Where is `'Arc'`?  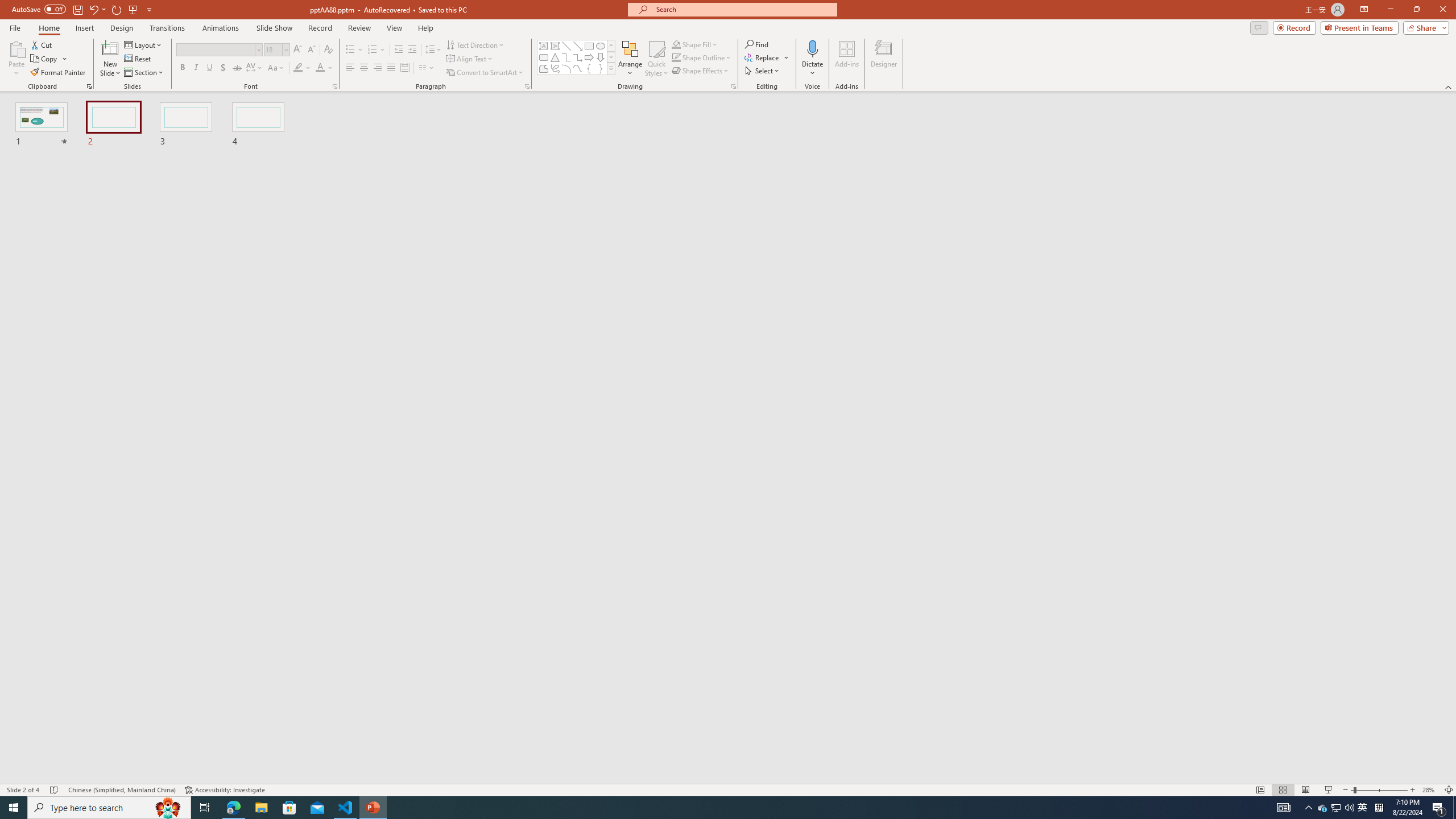
'Arc' is located at coordinates (565, 68).